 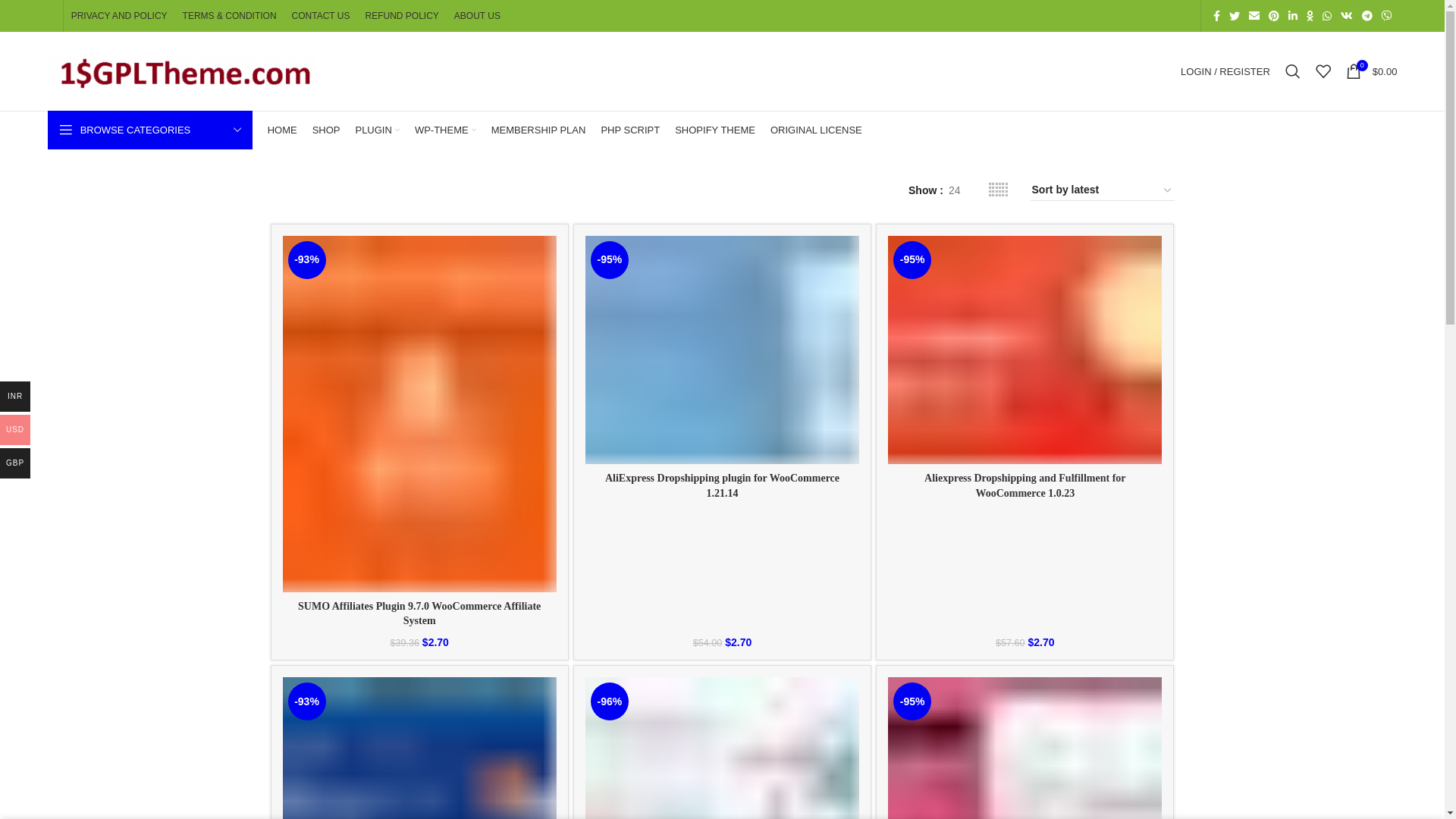 I want to click on 'LOGIN / REGISTER', so click(x=1225, y=71).